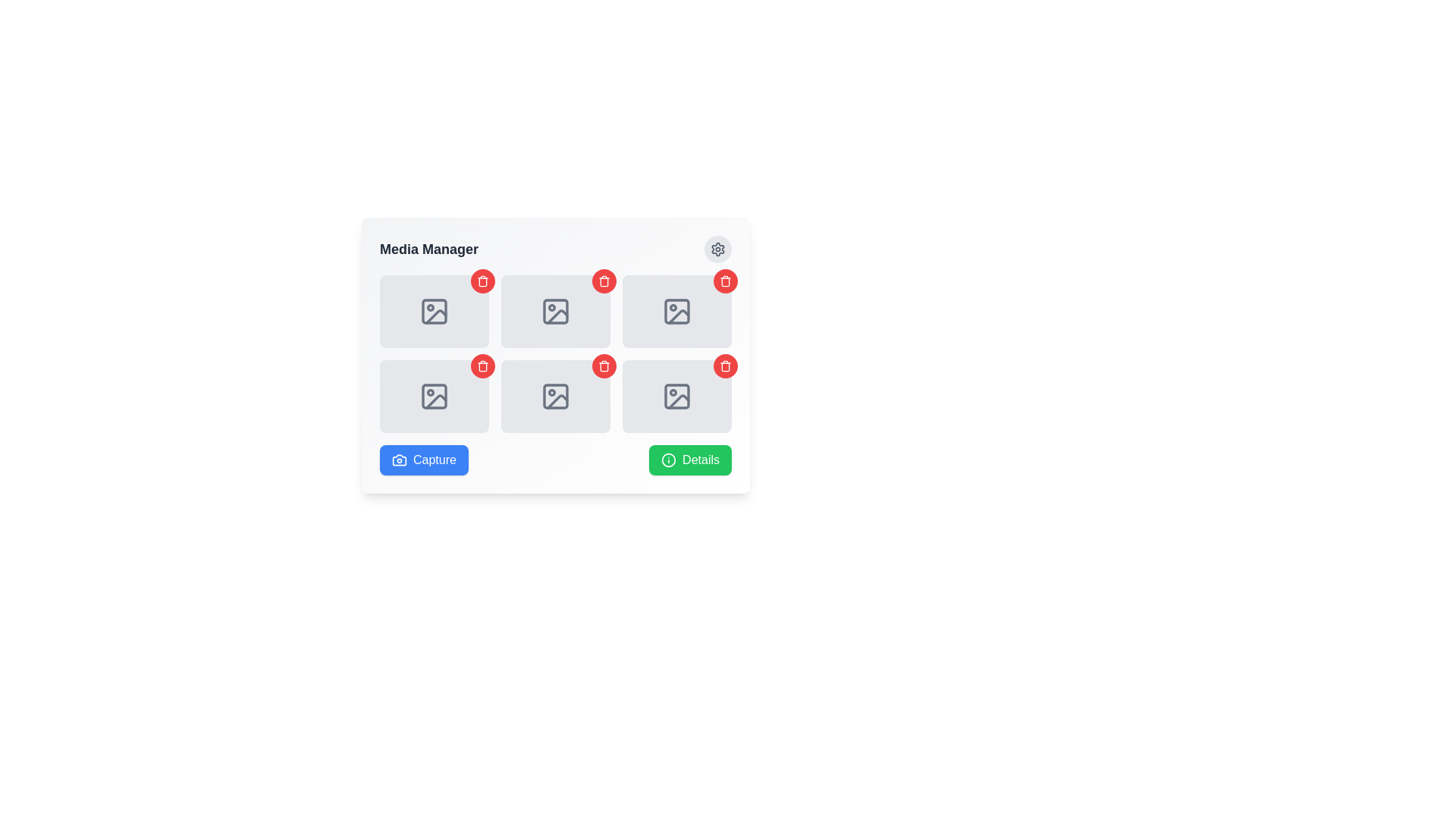  Describe the element at coordinates (676, 396) in the screenshot. I see `the image icon located in the lower-right corner of the 2x3 grid structure within the Media Manager interface, which serves as a preview for media content` at that location.